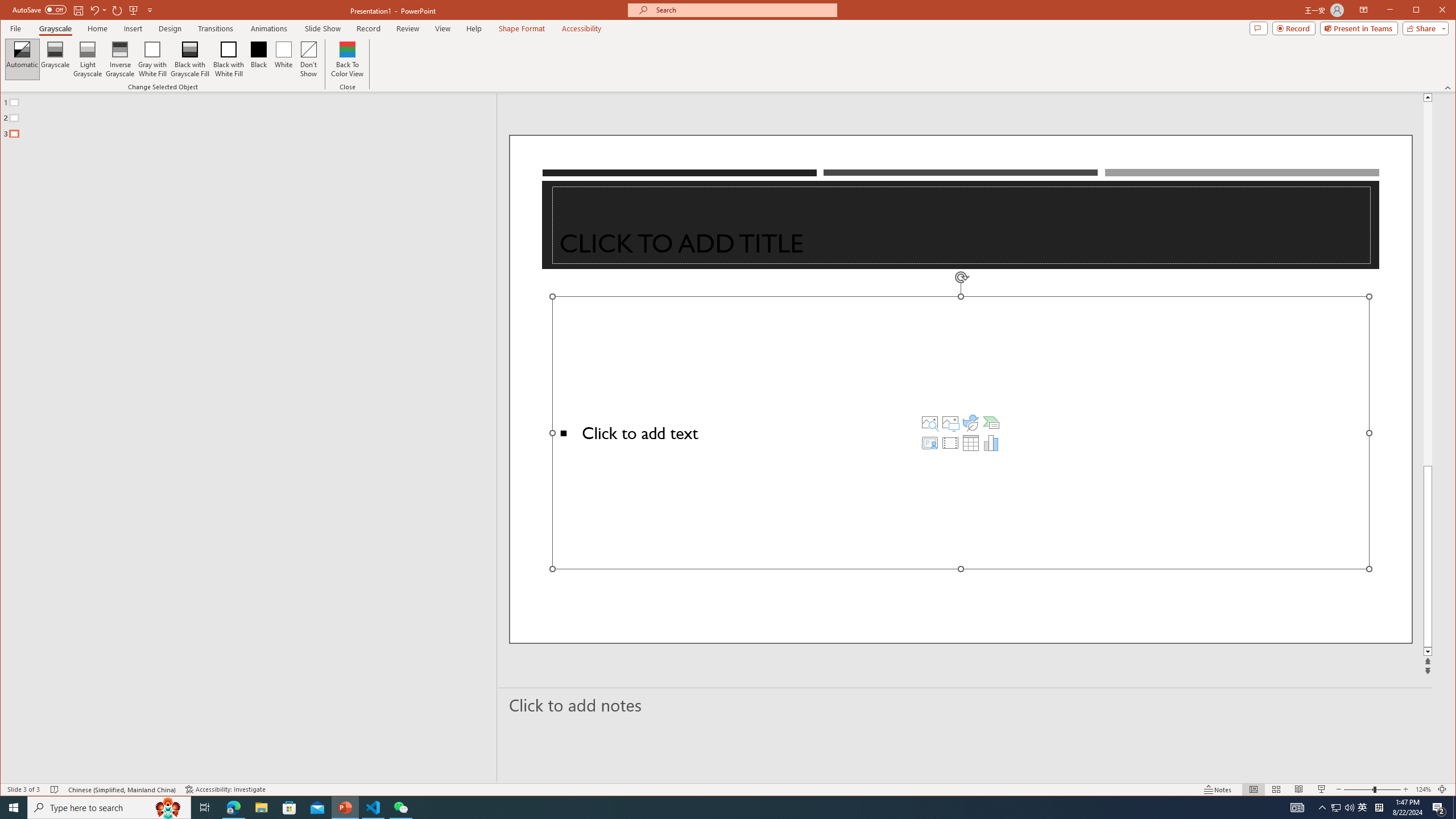 This screenshot has height=819, width=1456. I want to click on 'Insert Video', so click(950, 442).